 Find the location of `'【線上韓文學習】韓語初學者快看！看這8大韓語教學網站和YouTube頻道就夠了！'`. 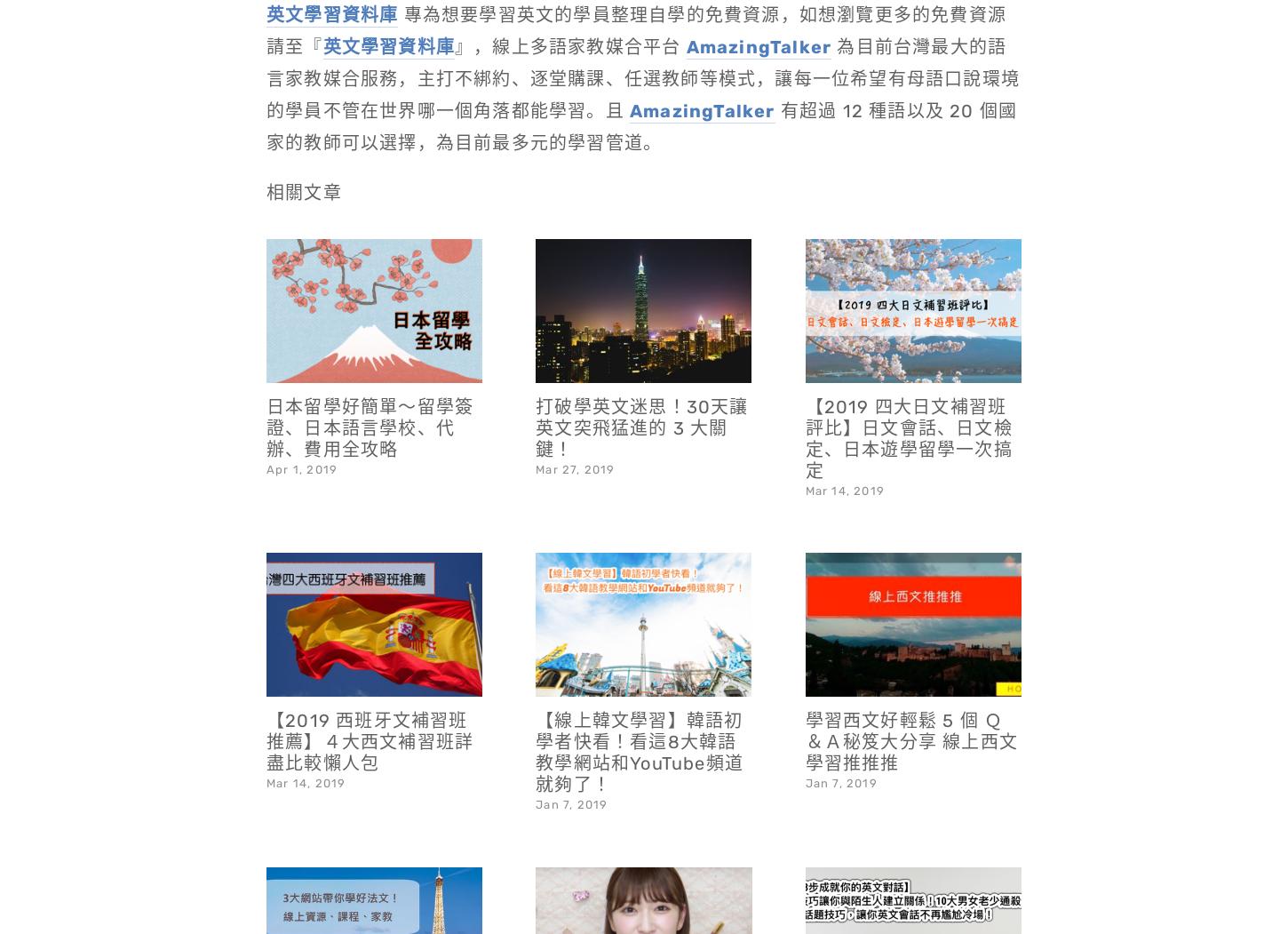

'【線上韓文學習】韓語初學者快看！看這8大韓語教學網站和YouTube頻道就夠了！' is located at coordinates (639, 705).